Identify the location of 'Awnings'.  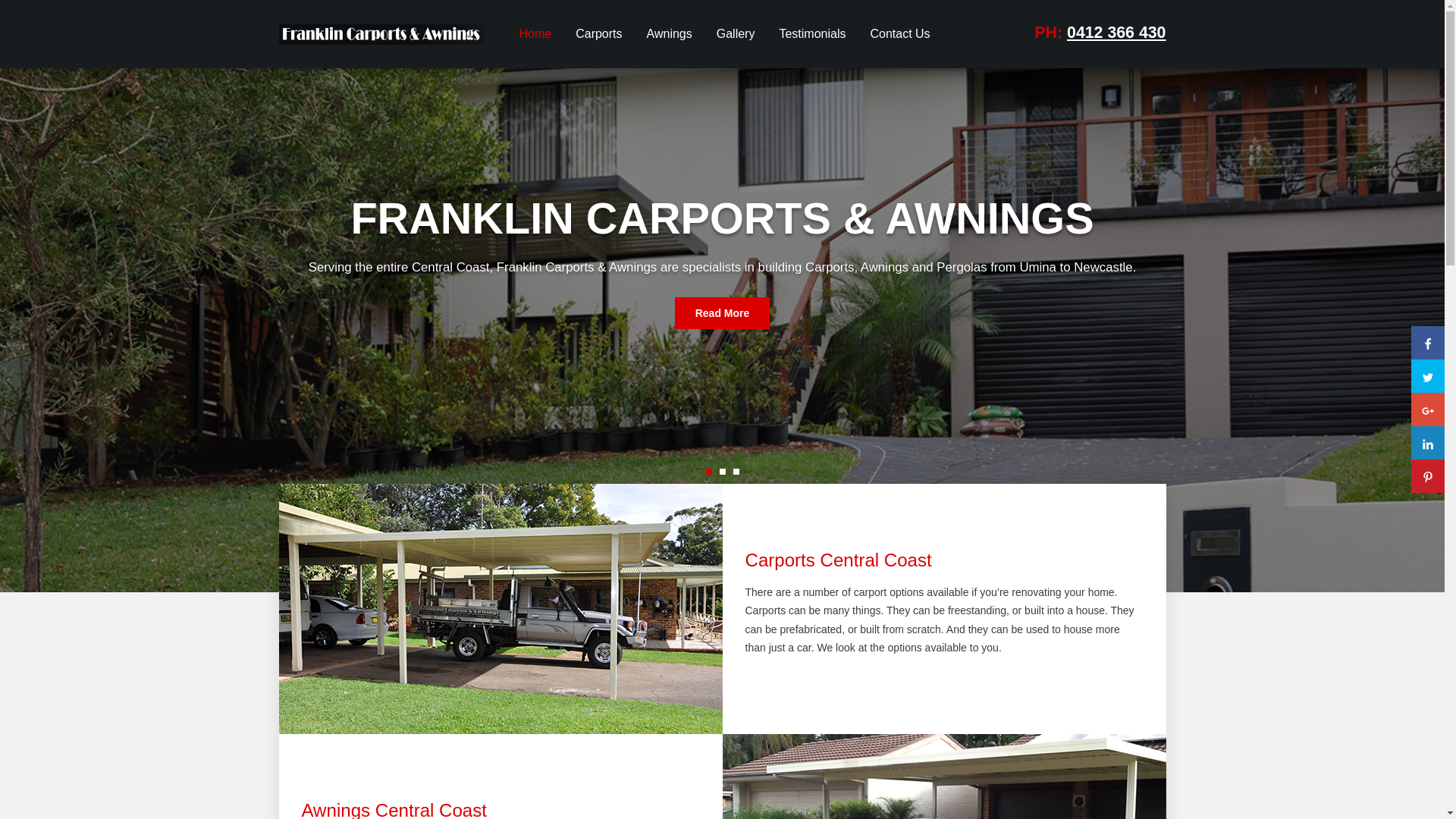
(669, 34).